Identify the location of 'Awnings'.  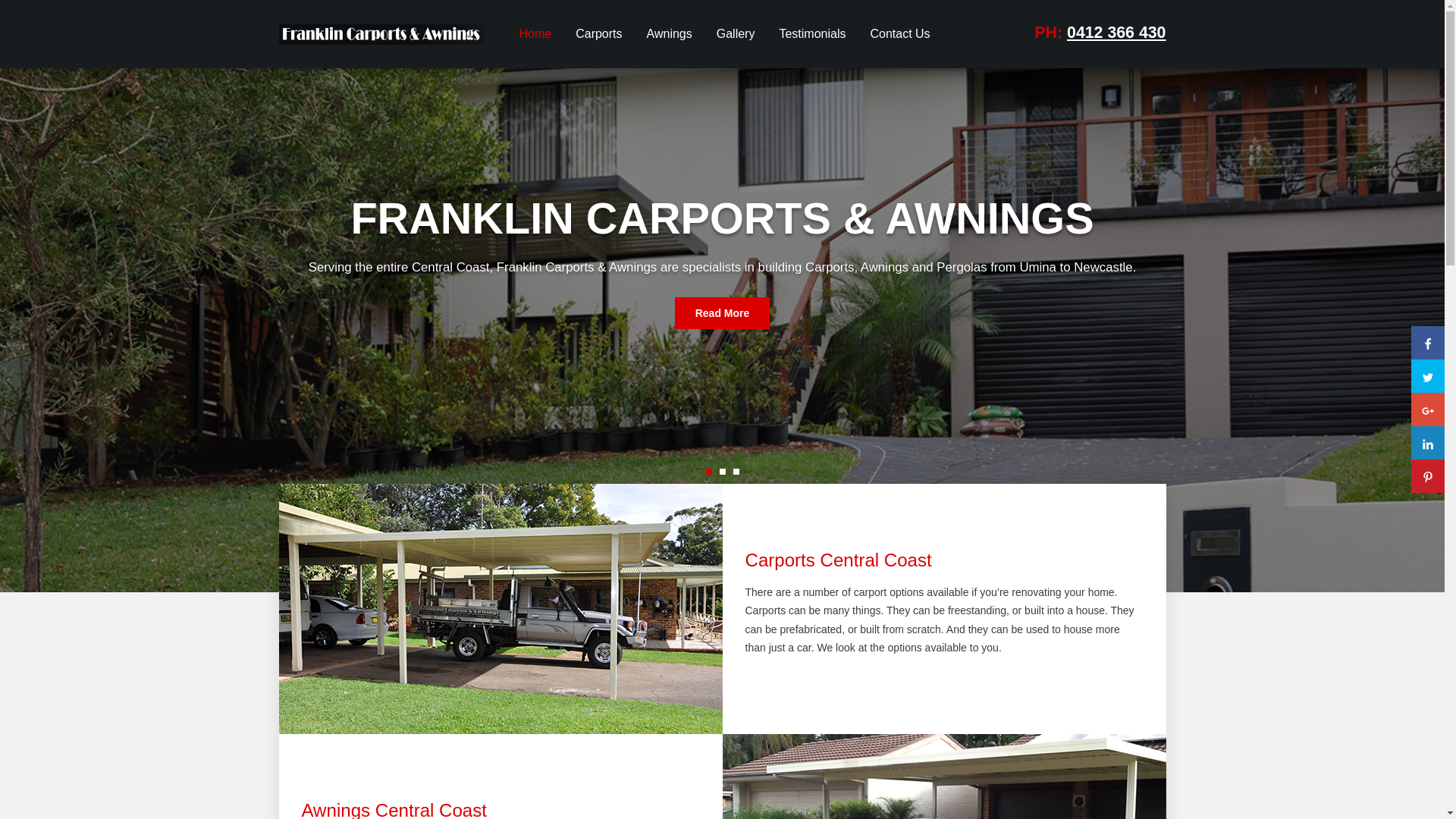
(669, 34).